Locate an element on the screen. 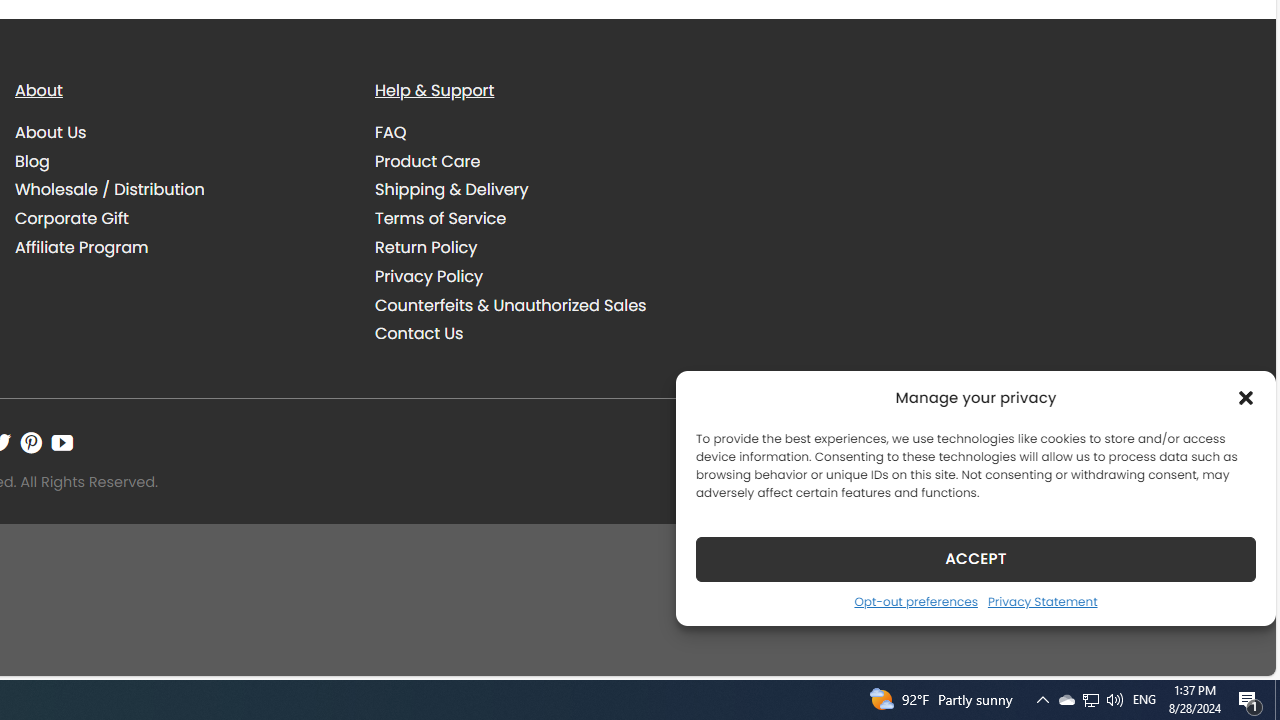  'Wholesale / Distribution' is located at coordinates (180, 190).